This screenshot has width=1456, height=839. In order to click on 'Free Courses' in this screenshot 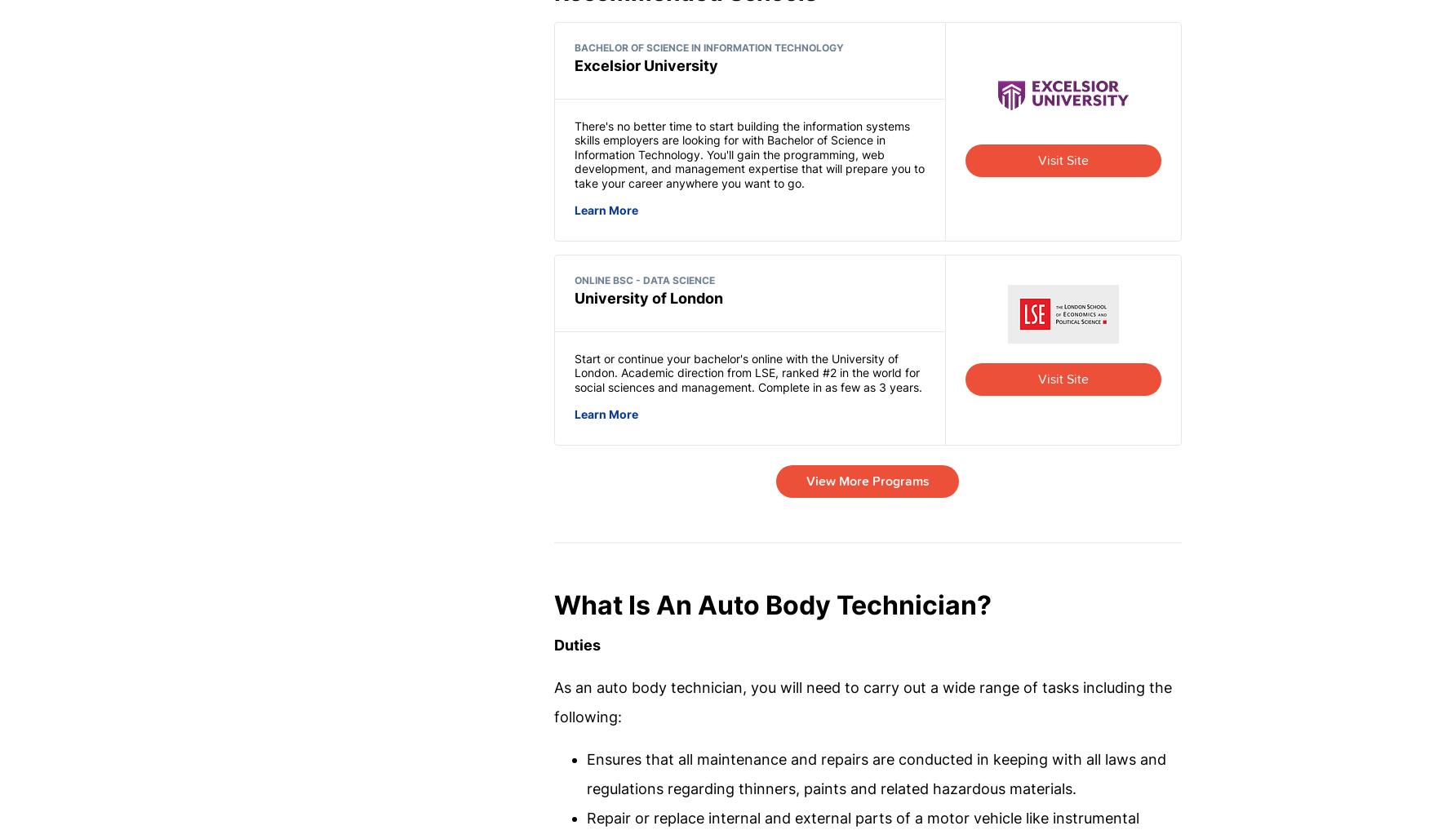, I will do `click(709, 673)`.